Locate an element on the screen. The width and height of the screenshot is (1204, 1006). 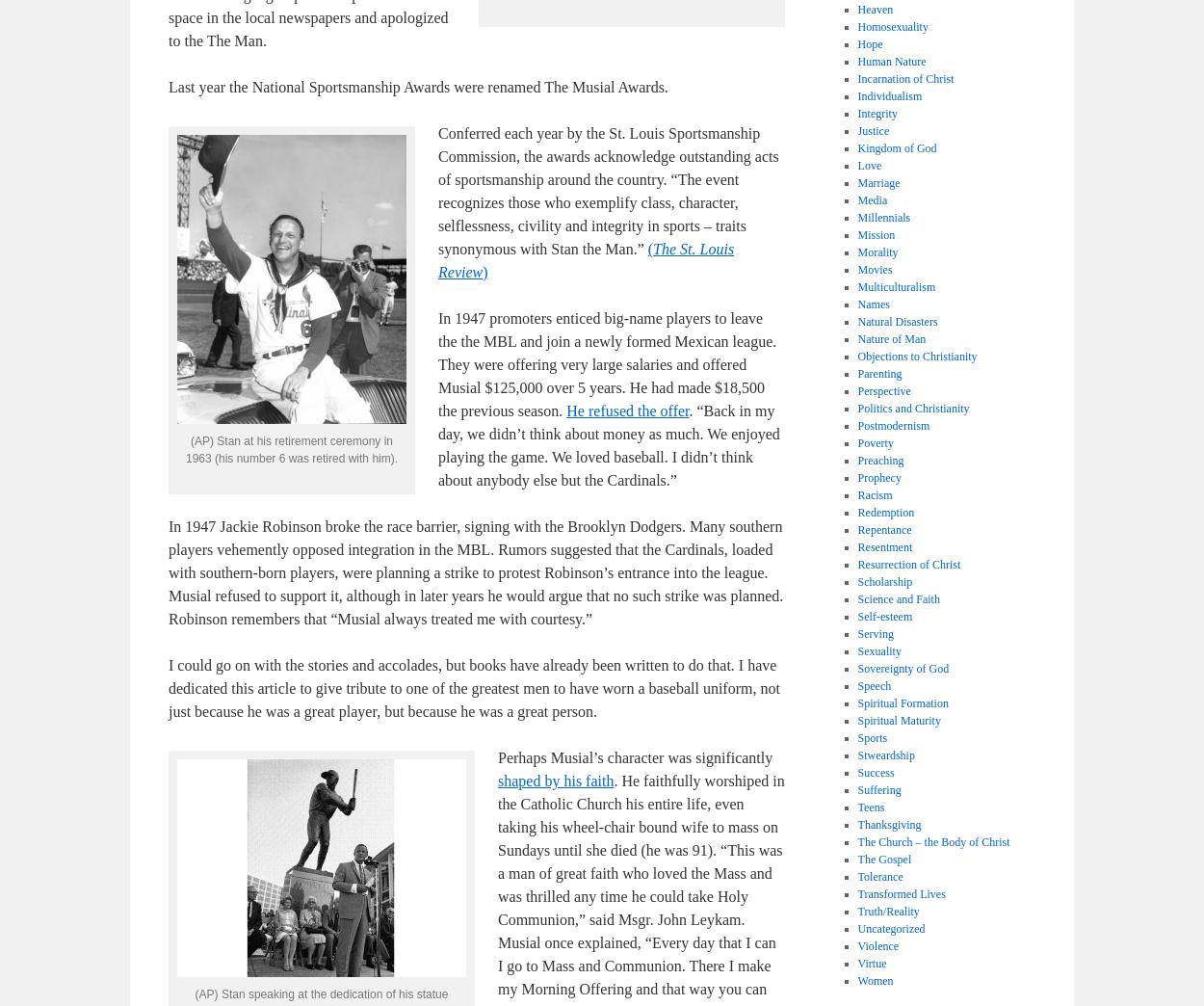
'The Church – the Body of Christ' is located at coordinates (932, 842).